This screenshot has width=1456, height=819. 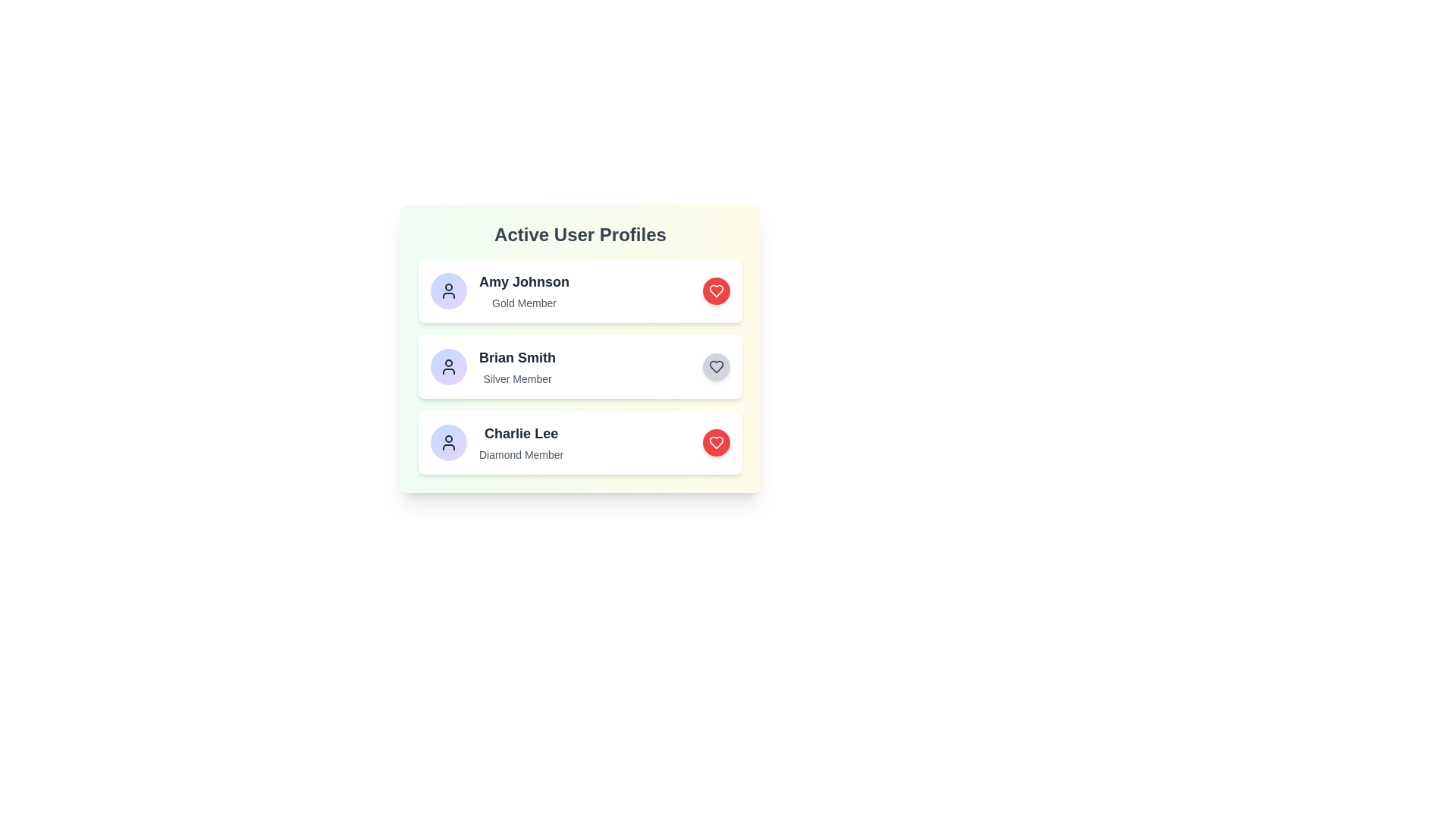 I want to click on the text label indicating the membership status of user Amy Johnson as 'Gold Member', which is positioned directly below the name label in the profile card, so click(x=524, y=303).